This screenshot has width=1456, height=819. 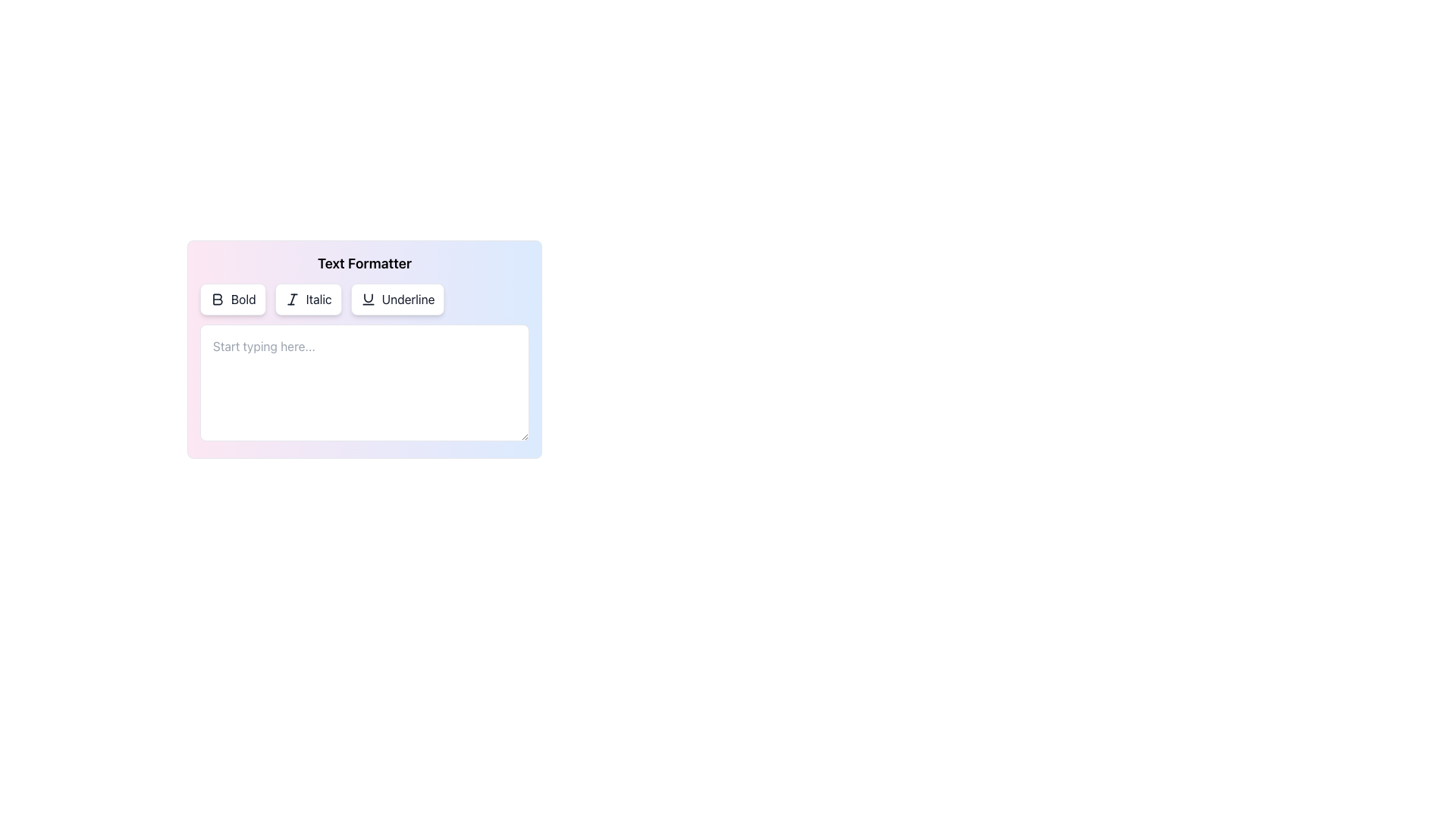 I want to click on the italic icon within the 'Italic' button in the text formatting toolbar, which is represented by a slanted line resembling an italicized letter 'I', so click(x=292, y=299).